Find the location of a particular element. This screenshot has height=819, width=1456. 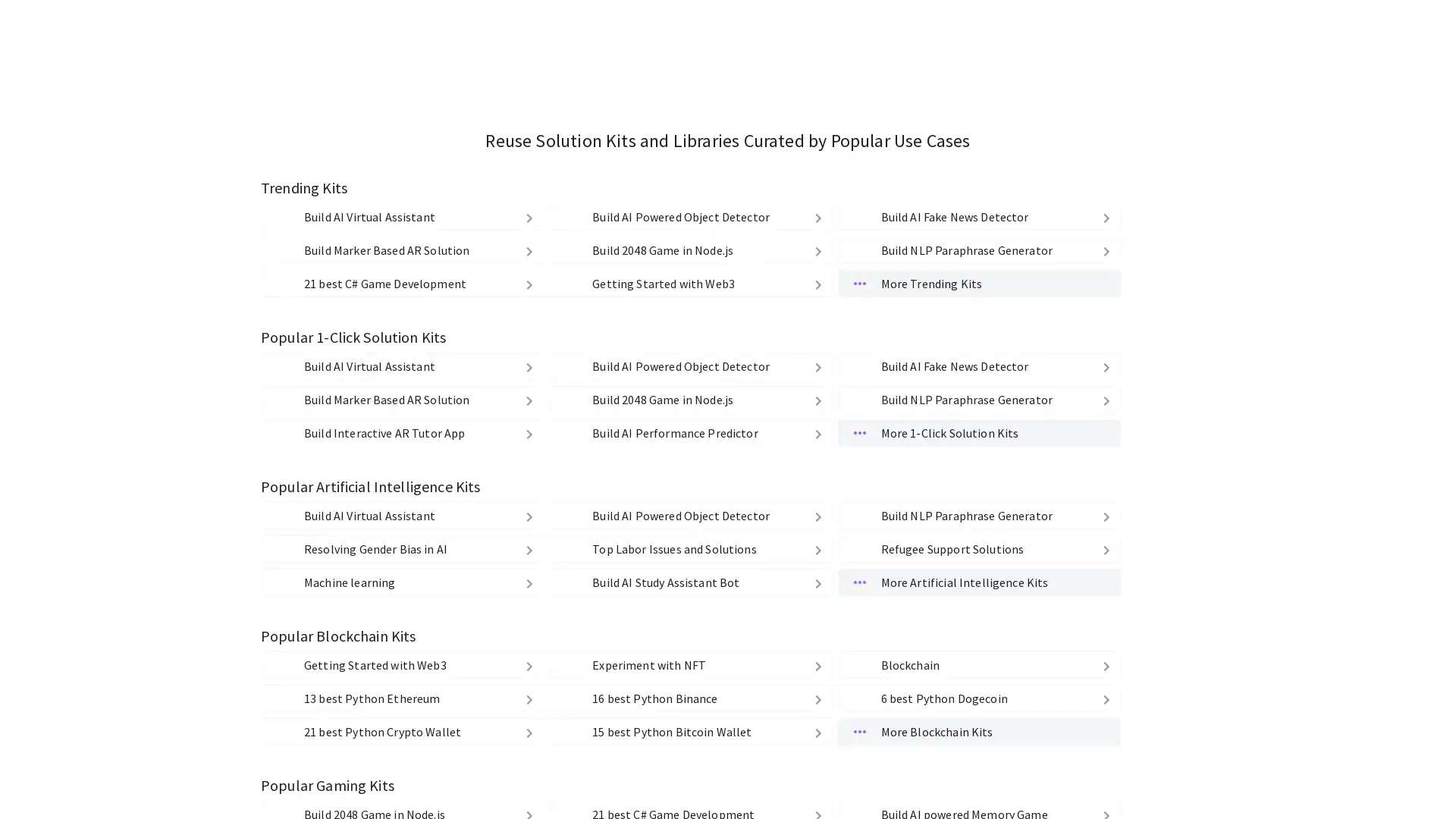

delete is located at coordinates (796, 598).